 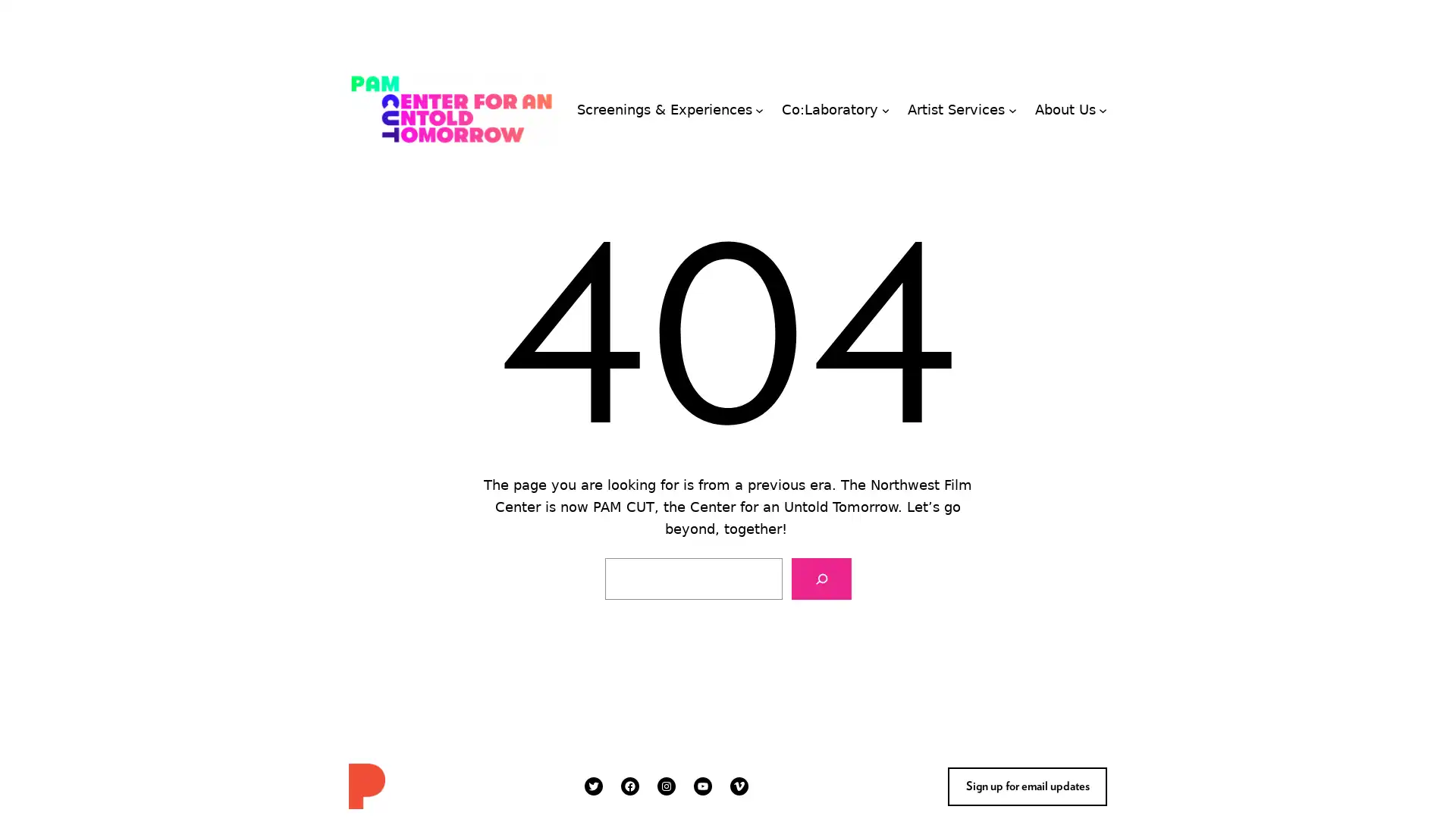 I want to click on About Us submenu, so click(x=1103, y=108).